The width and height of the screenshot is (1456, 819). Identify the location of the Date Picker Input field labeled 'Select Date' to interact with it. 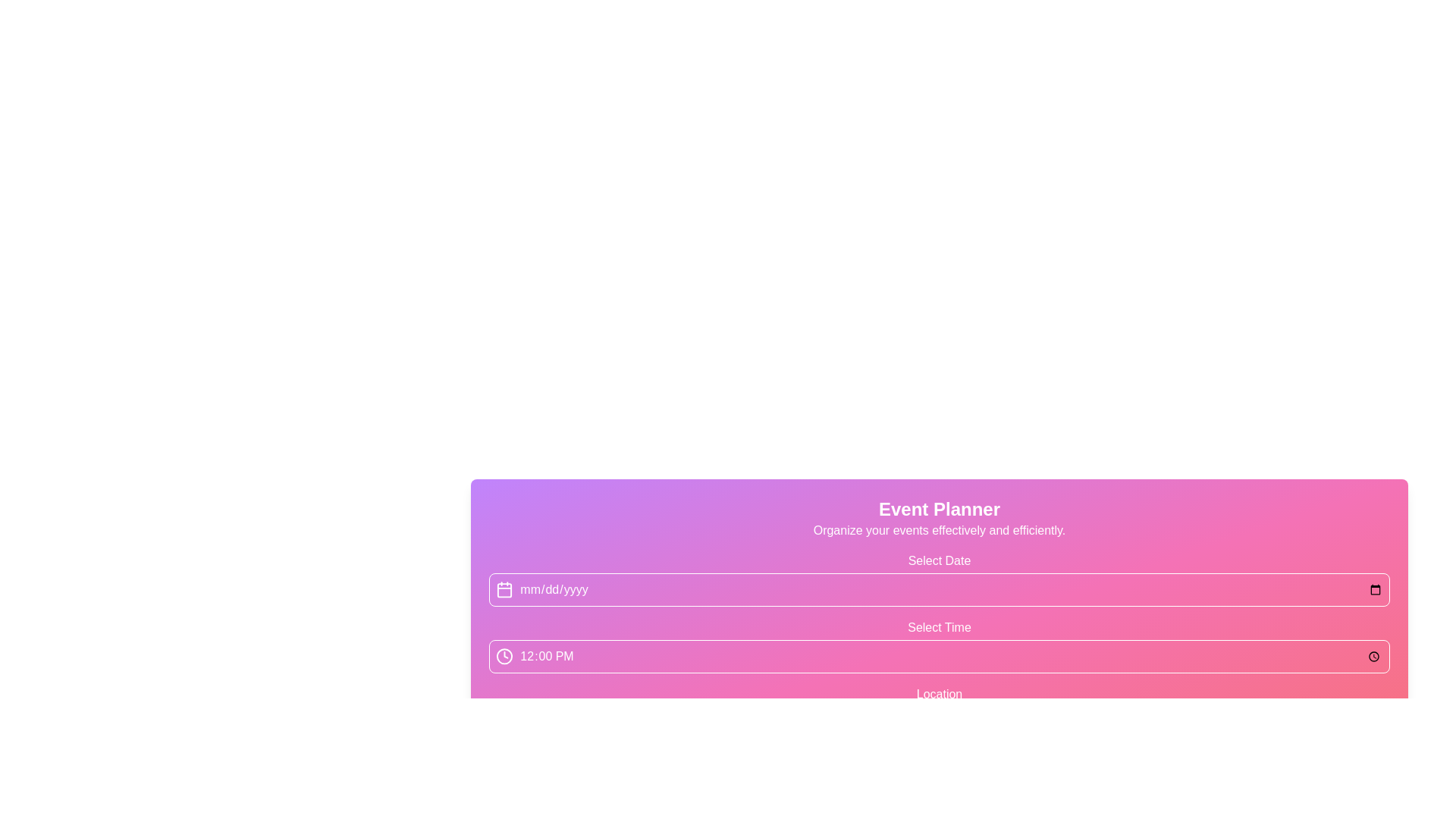
(938, 579).